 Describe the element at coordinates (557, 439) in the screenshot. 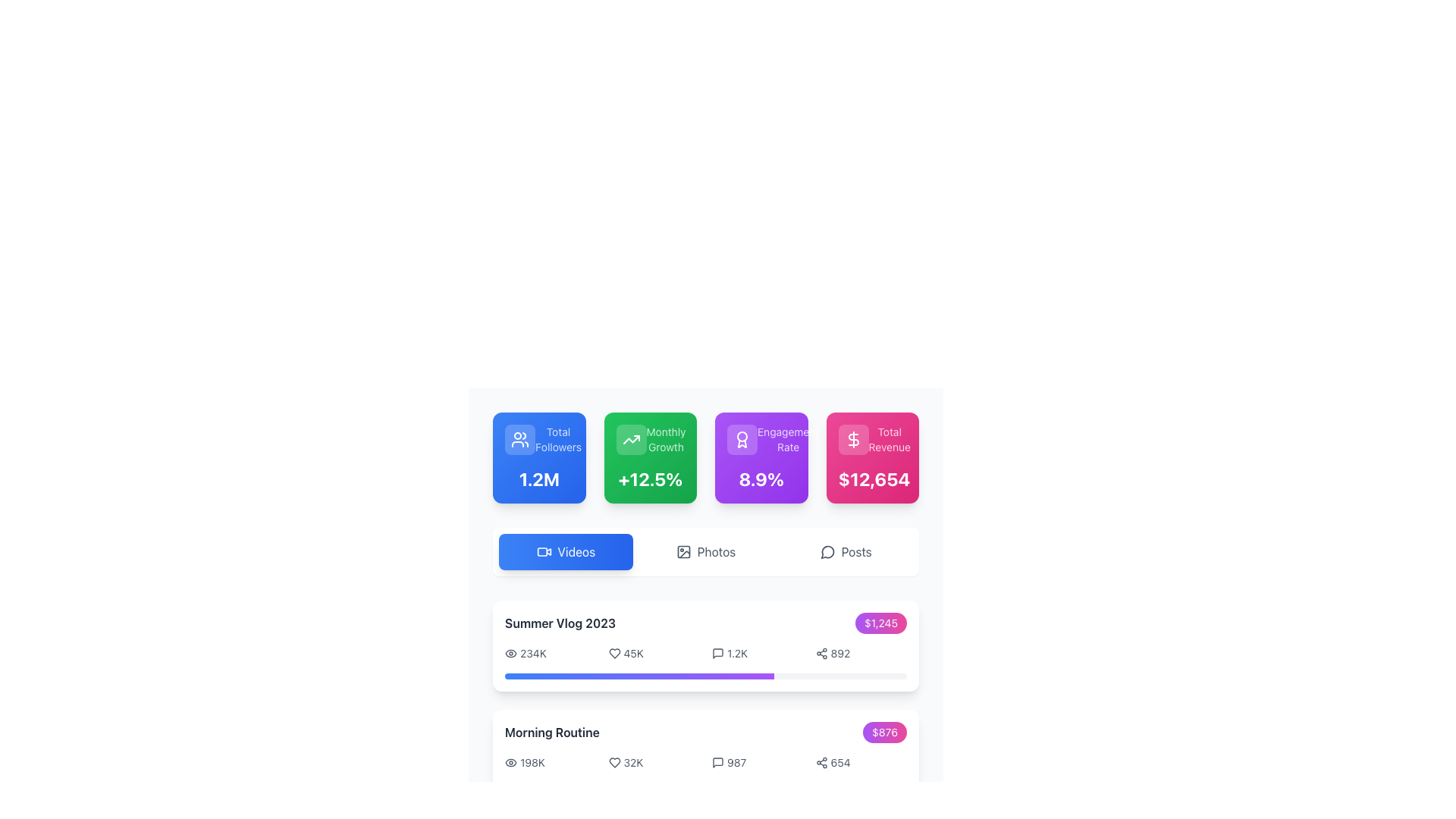

I see `label indicating the total number of followers, which is located in the top-right corner of the blue summary card tile, above the numerical statistic '1.2M'` at that location.